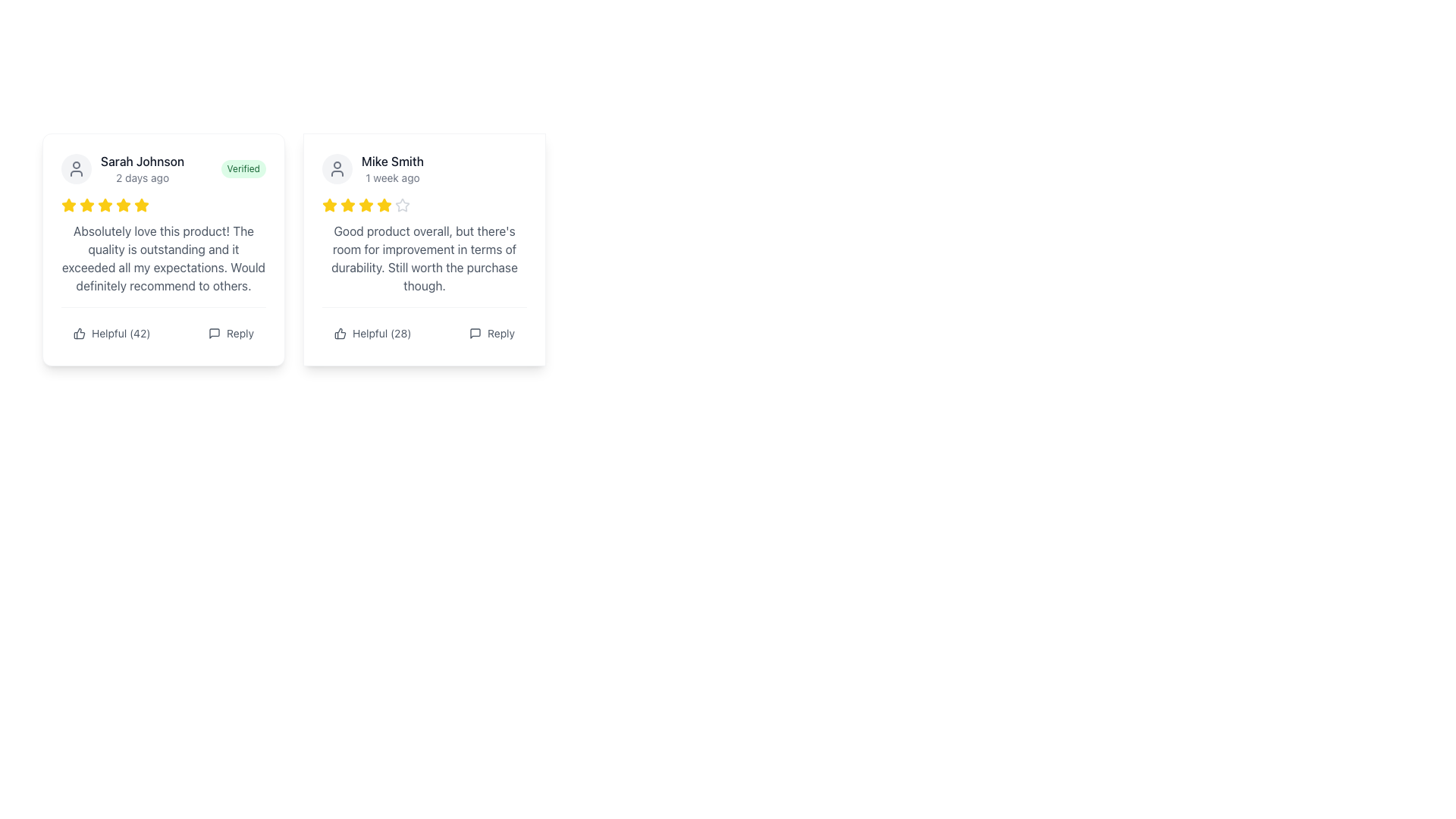  Describe the element at coordinates (68, 205) in the screenshot. I see `the third star icon in the five-star rating system located under the username 'Sarah Johnson'` at that location.